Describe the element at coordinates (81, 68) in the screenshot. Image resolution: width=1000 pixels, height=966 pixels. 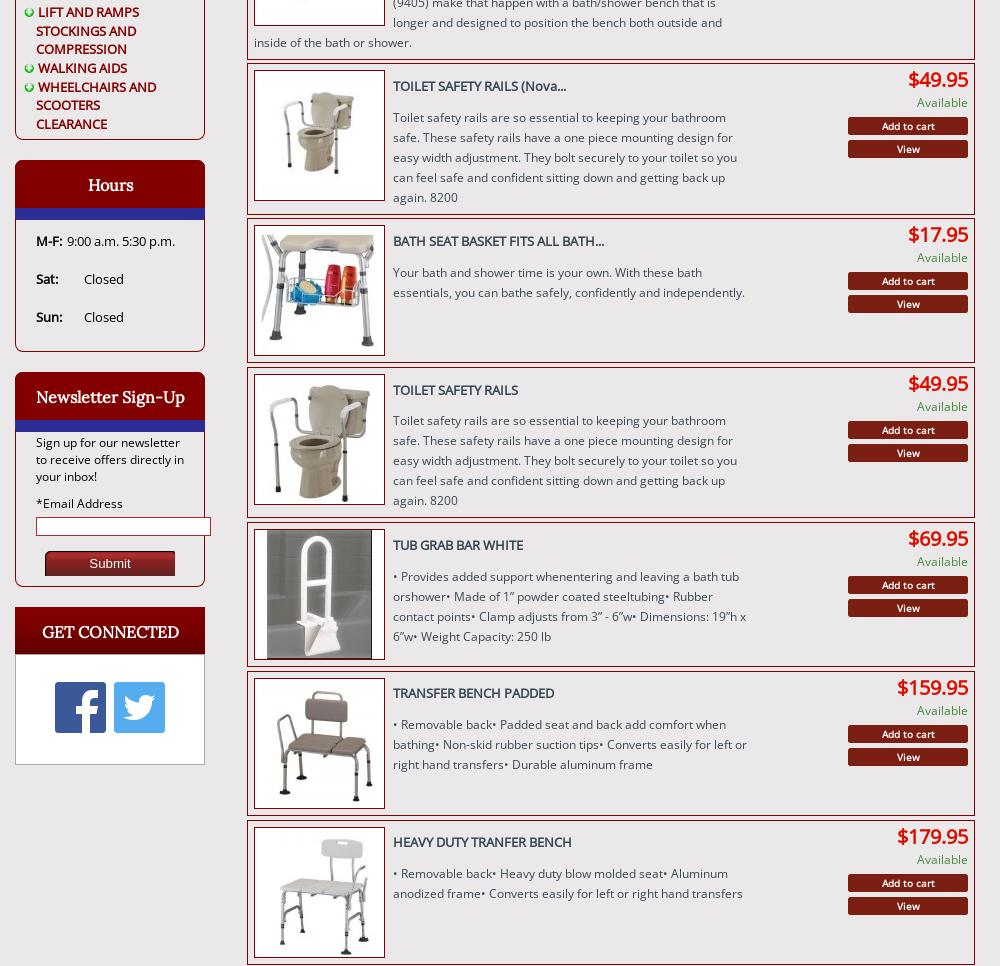
I see `'WALKING AIDS'` at that location.